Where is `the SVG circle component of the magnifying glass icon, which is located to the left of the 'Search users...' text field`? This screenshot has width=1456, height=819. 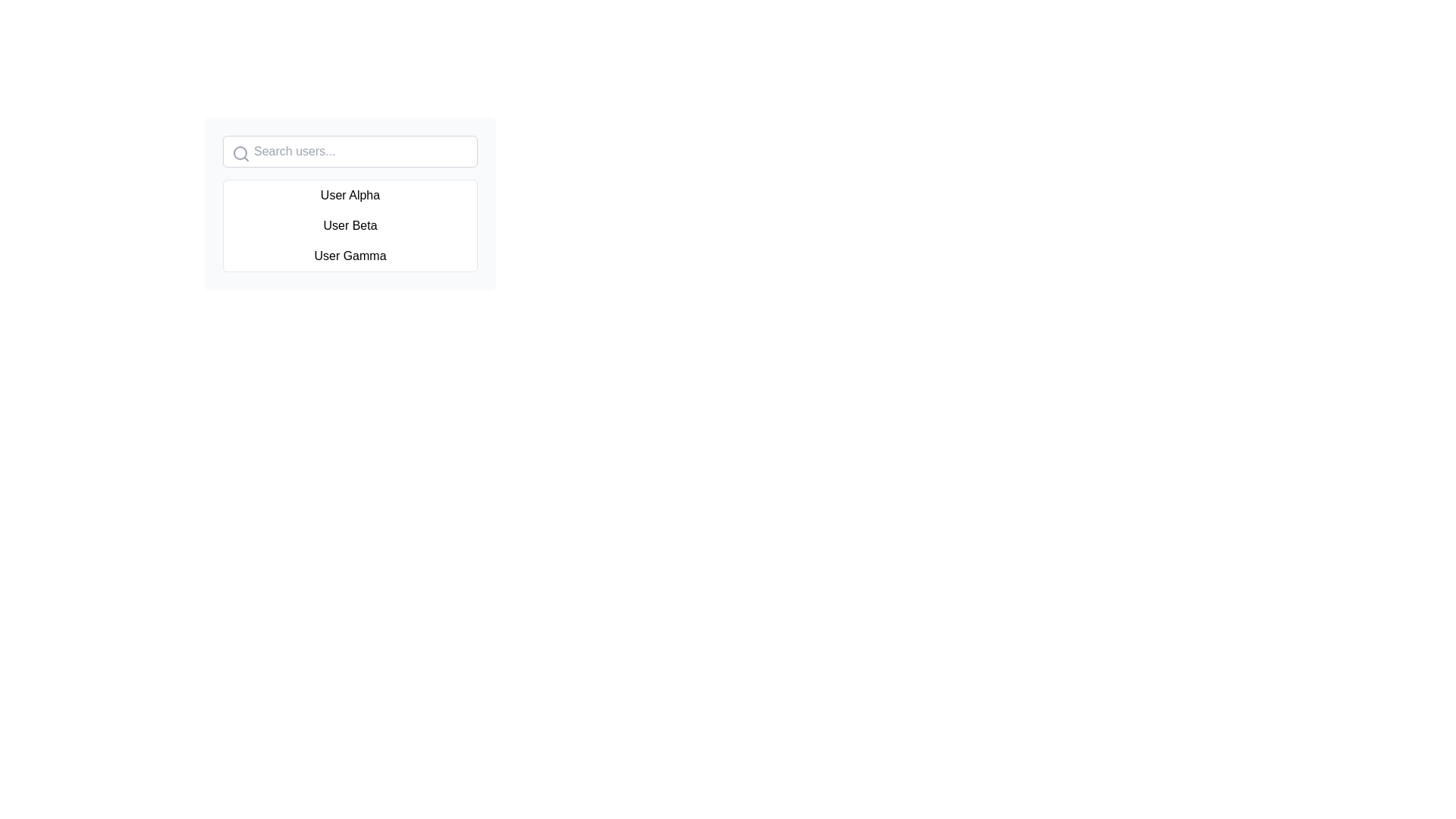 the SVG circle component of the magnifying glass icon, which is located to the left of the 'Search users...' text field is located at coordinates (239, 152).